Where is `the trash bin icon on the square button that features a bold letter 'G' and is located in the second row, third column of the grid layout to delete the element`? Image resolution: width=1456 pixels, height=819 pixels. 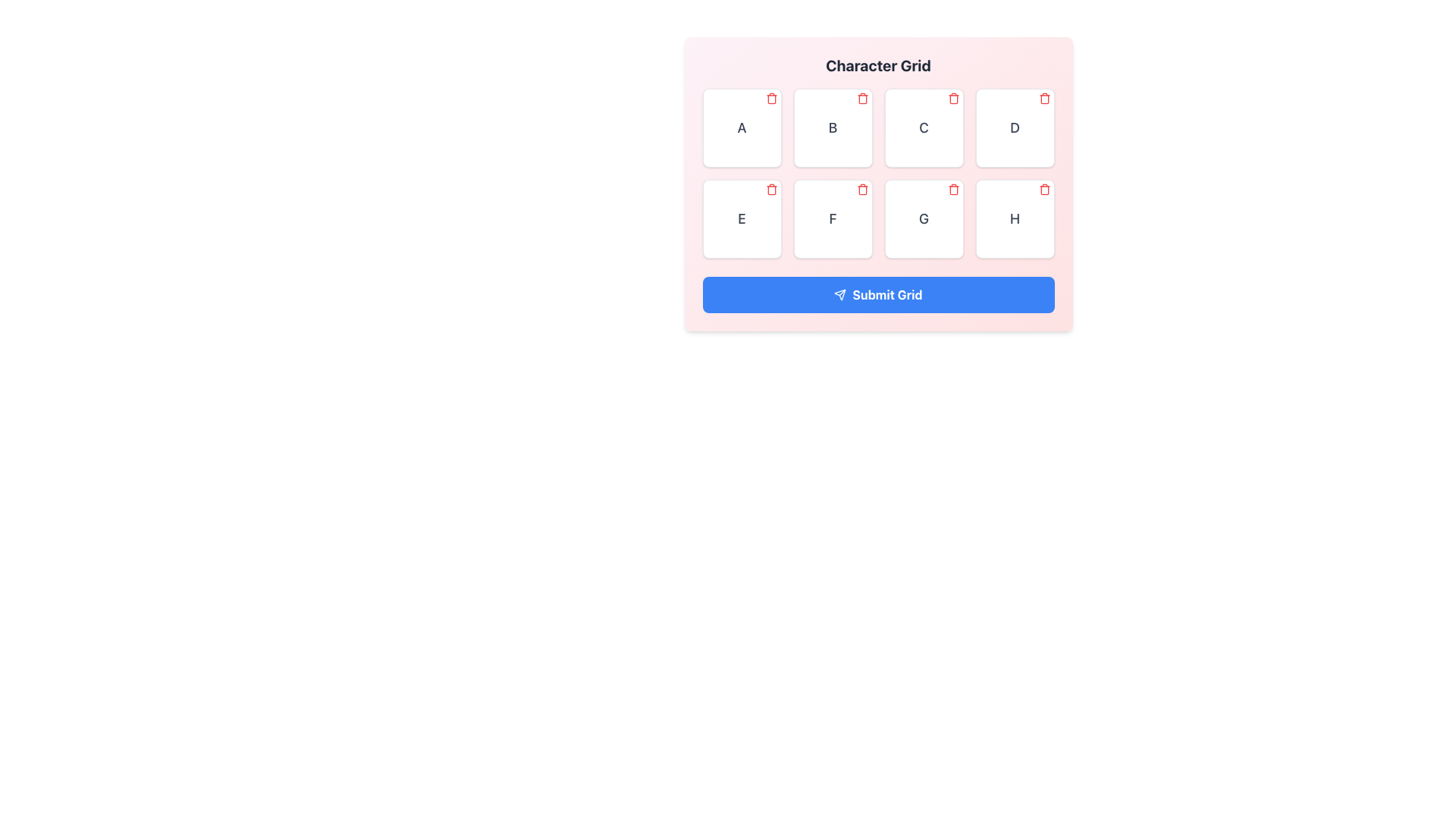 the trash bin icon on the square button that features a bold letter 'G' and is located in the second row, third column of the grid layout to delete the element is located at coordinates (923, 219).